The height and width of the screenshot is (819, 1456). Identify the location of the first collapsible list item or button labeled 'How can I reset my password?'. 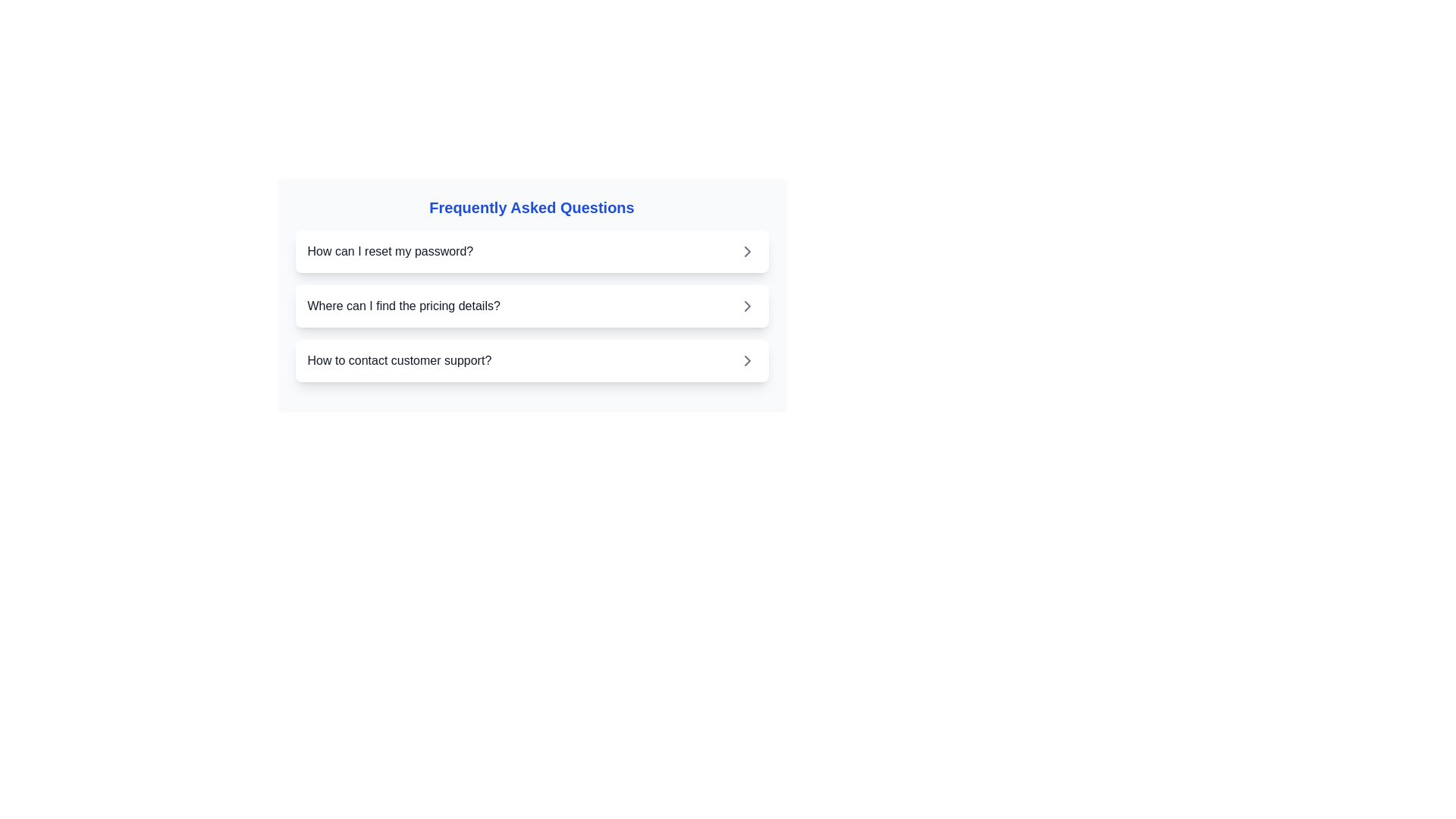
(532, 250).